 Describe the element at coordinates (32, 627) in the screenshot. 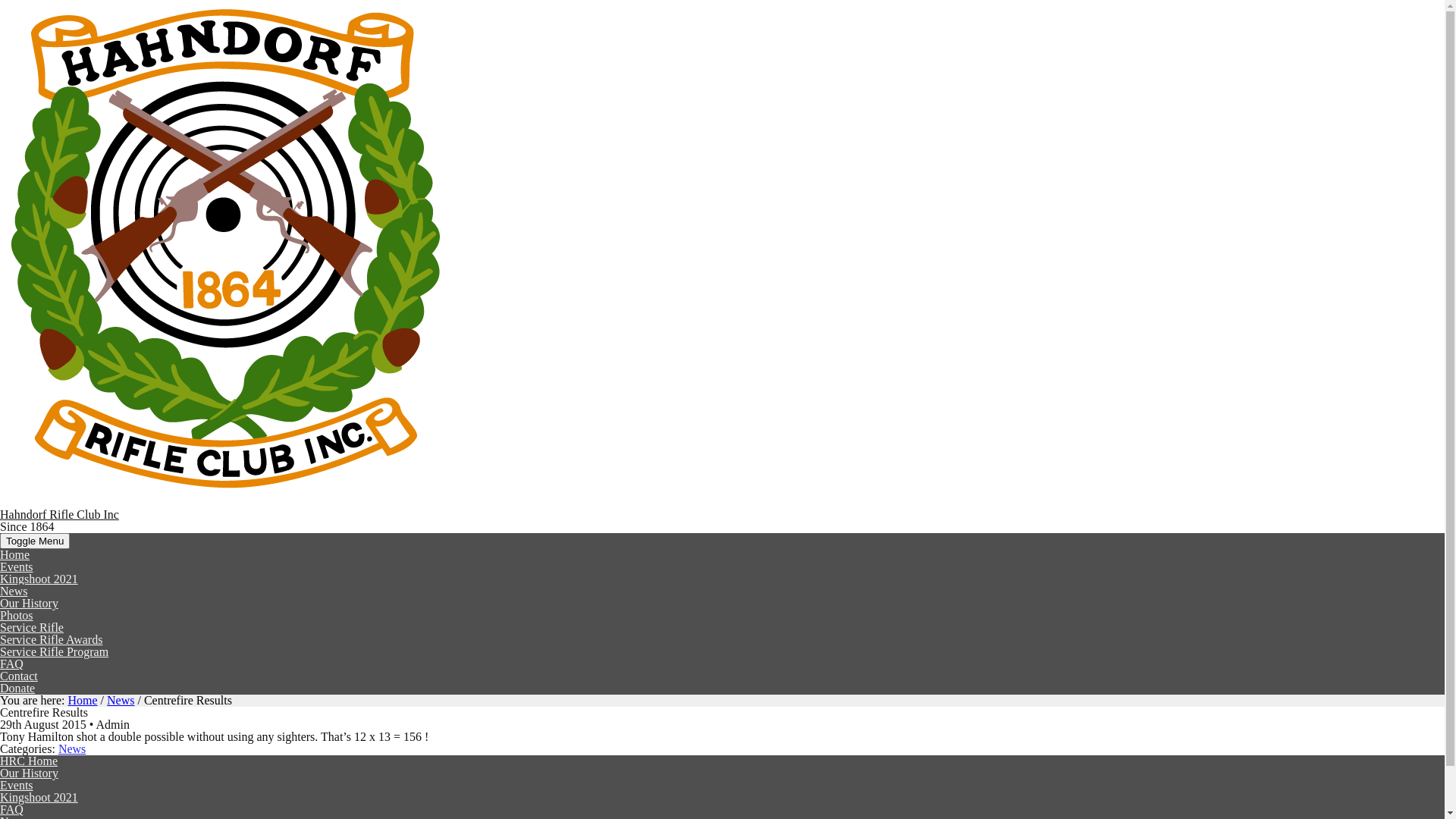

I see `'Service Rifle'` at that location.